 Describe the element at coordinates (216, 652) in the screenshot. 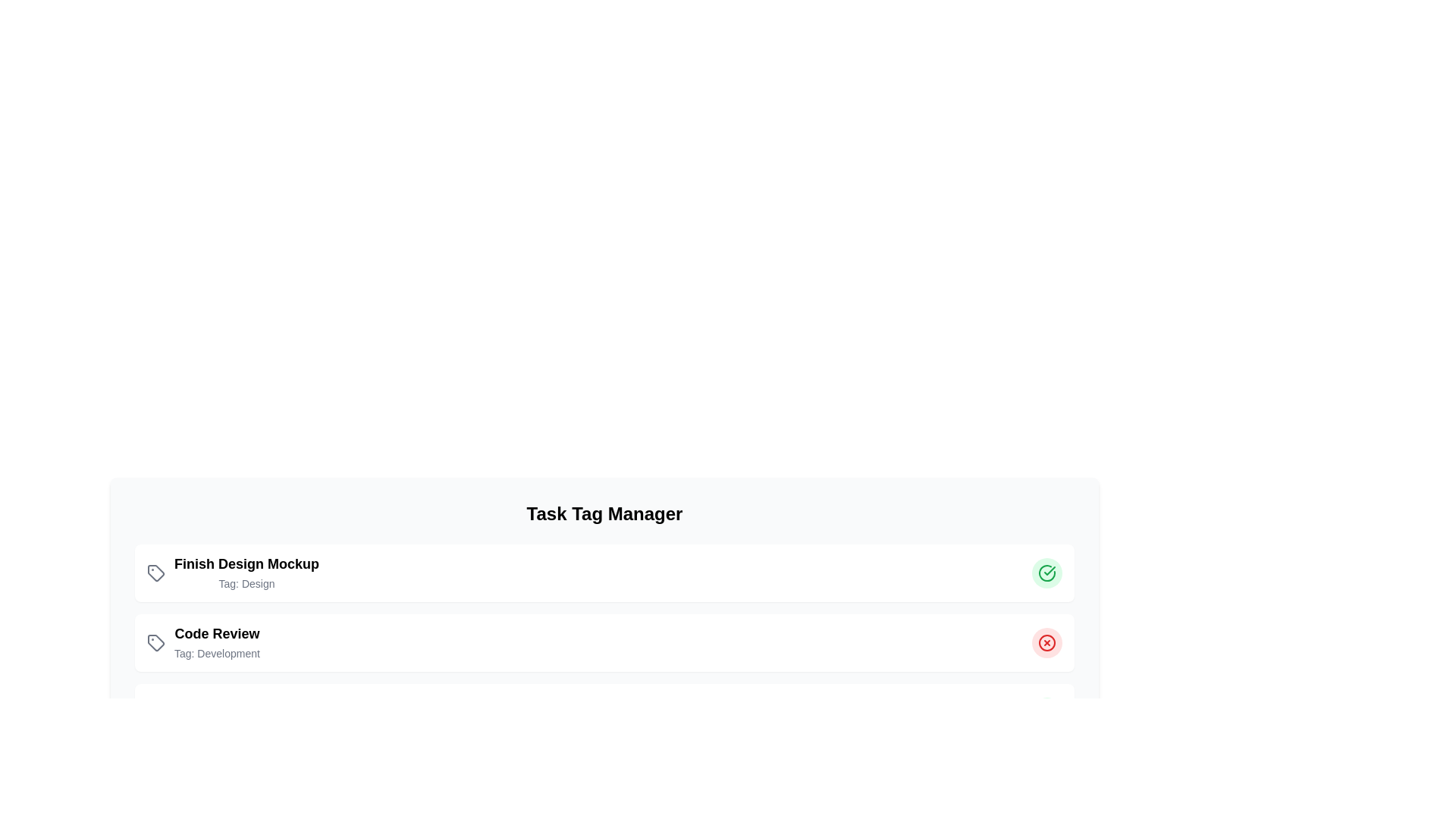

I see `the text label that reads 'Tag: Development', which is styled in a smaller font size and gray color, positioned directly below the 'Code Review' title within the card layout` at that location.